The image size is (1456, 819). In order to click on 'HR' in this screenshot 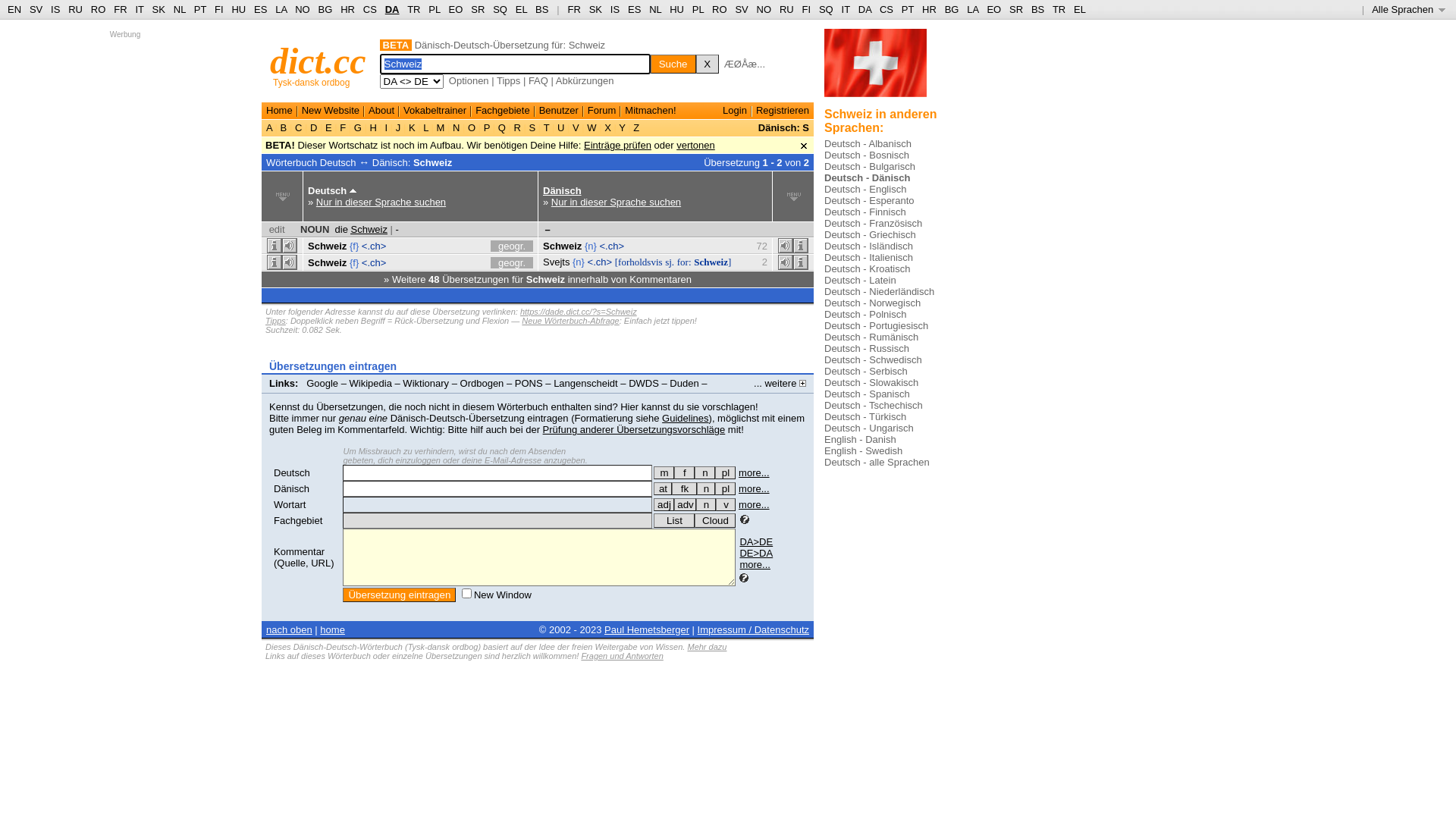, I will do `click(347, 9)`.